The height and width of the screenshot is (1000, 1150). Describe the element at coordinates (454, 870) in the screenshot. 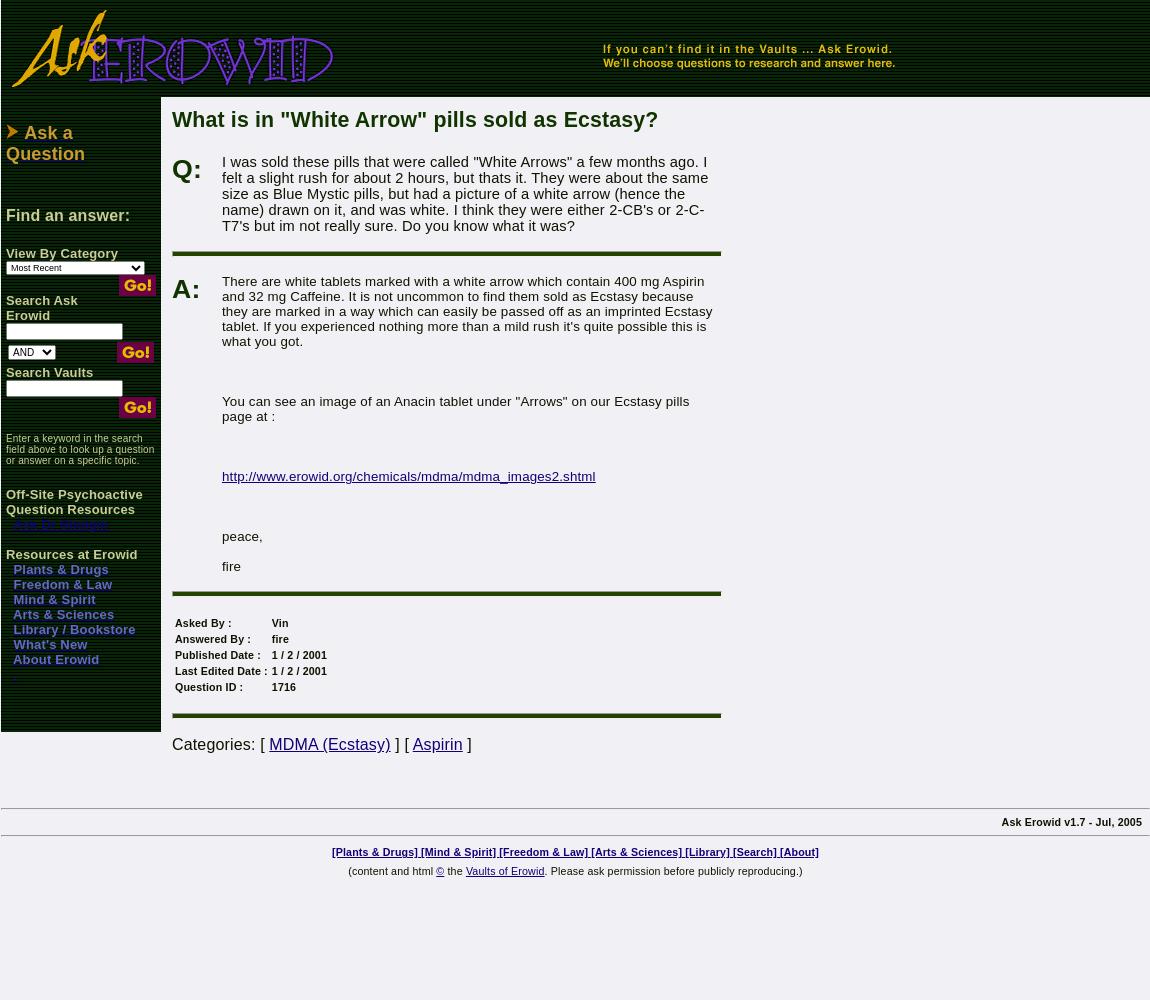

I see `'the'` at that location.